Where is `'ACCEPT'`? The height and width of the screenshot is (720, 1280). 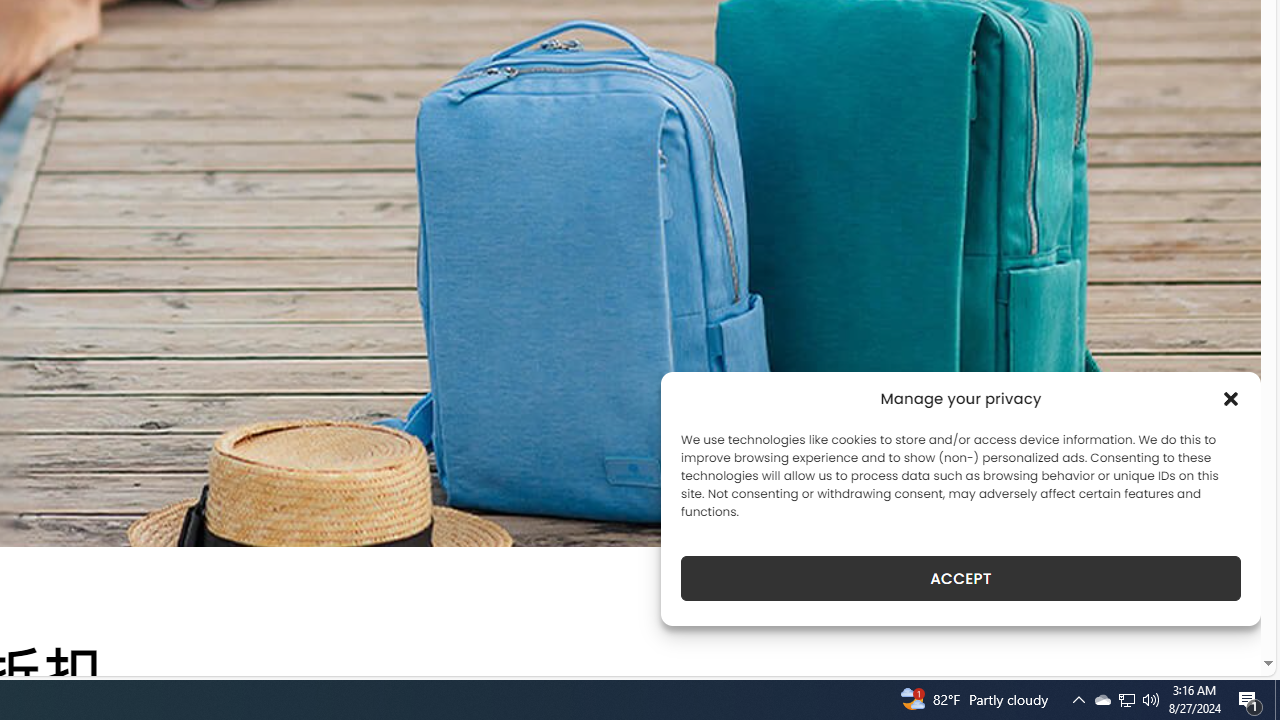
'ACCEPT' is located at coordinates (961, 578).